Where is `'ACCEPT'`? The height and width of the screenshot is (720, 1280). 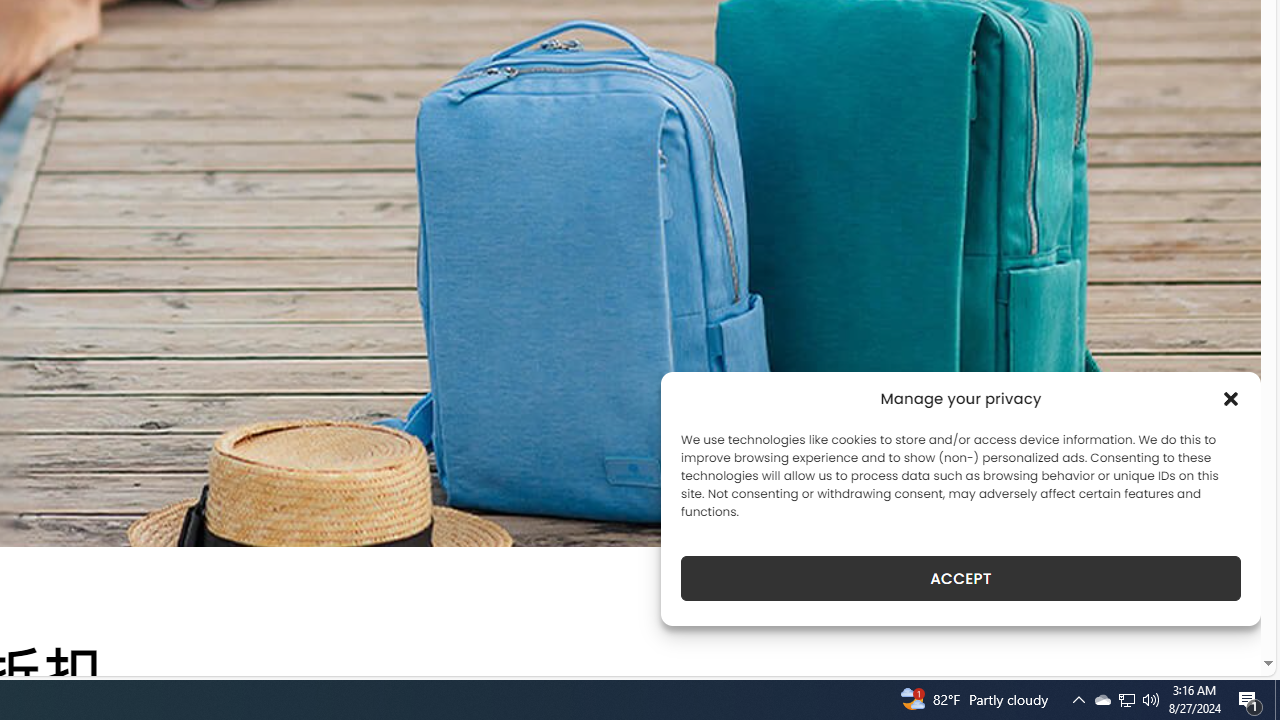
'ACCEPT' is located at coordinates (961, 578).